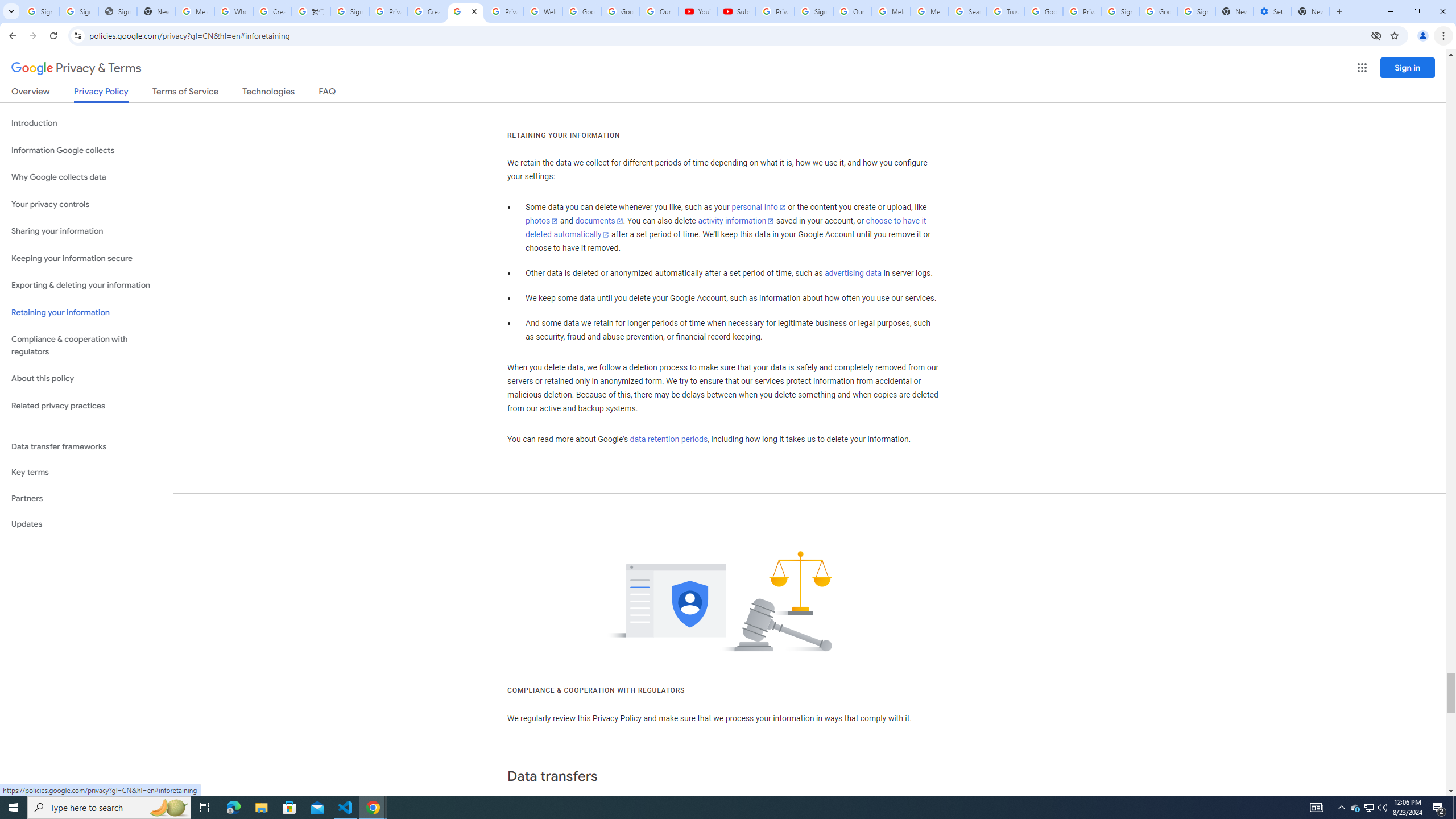  Describe the element at coordinates (78, 11) in the screenshot. I see `'Sign in - Google Accounts'` at that location.